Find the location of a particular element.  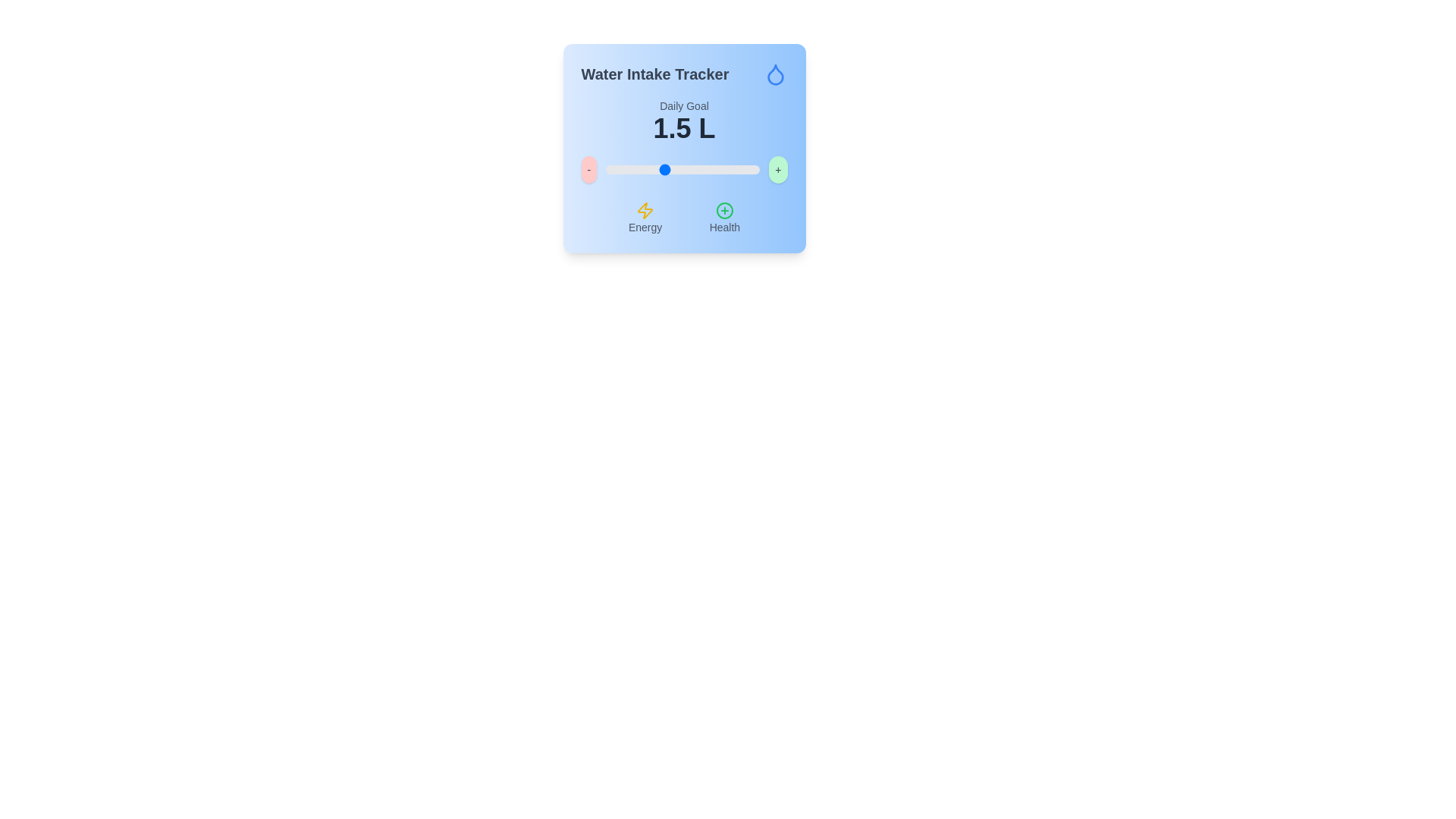

the text label displaying 'Health', which is styled in grey and located near the bottom center of the interface beneath a green '+' icon is located at coordinates (723, 227).